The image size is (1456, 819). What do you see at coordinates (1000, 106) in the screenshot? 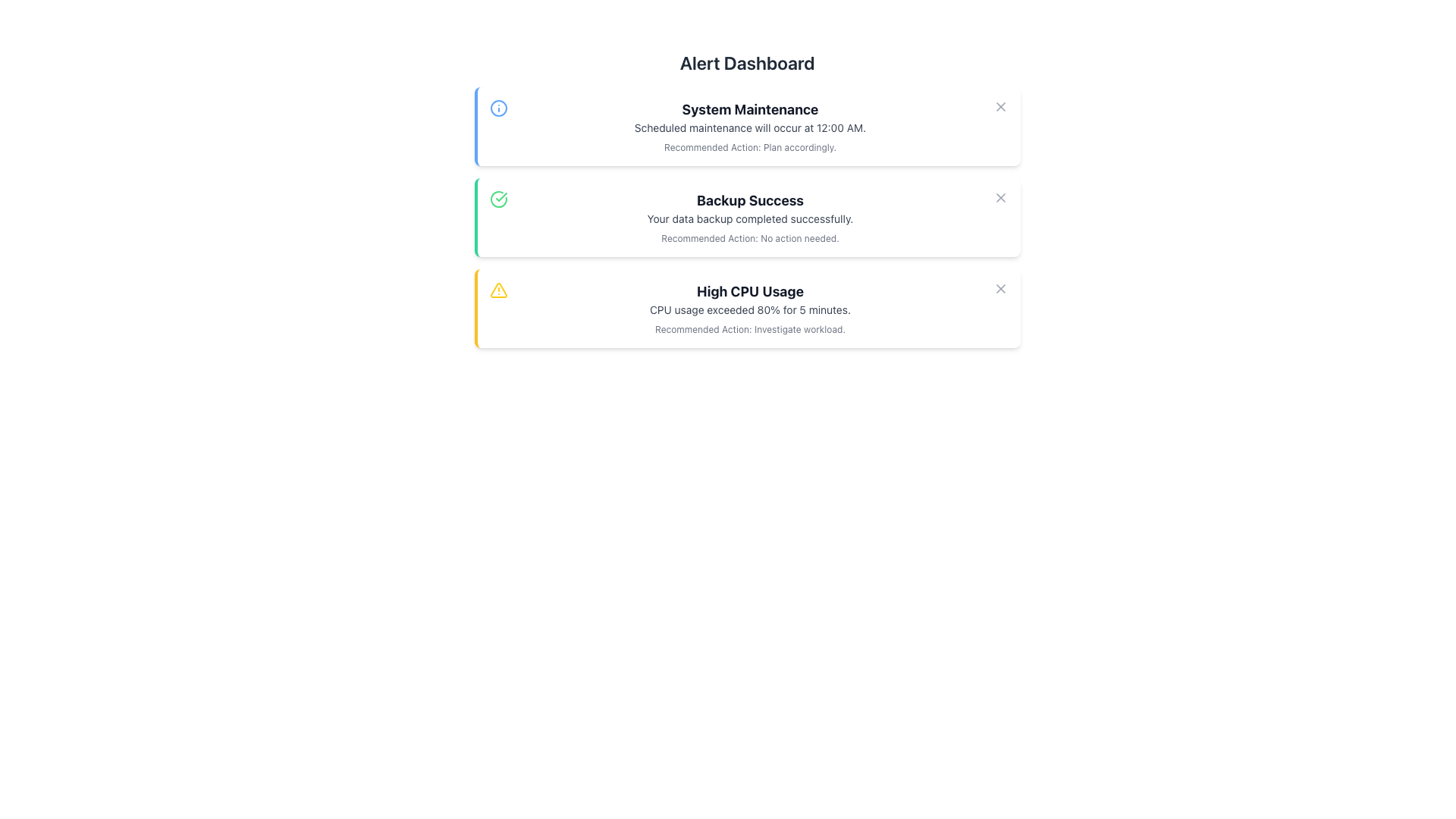
I see `the small 'X' shaped button located at the top-right corner of the notification card titled 'System Maintenance' to change its appearance` at bounding box center [1000, 106].